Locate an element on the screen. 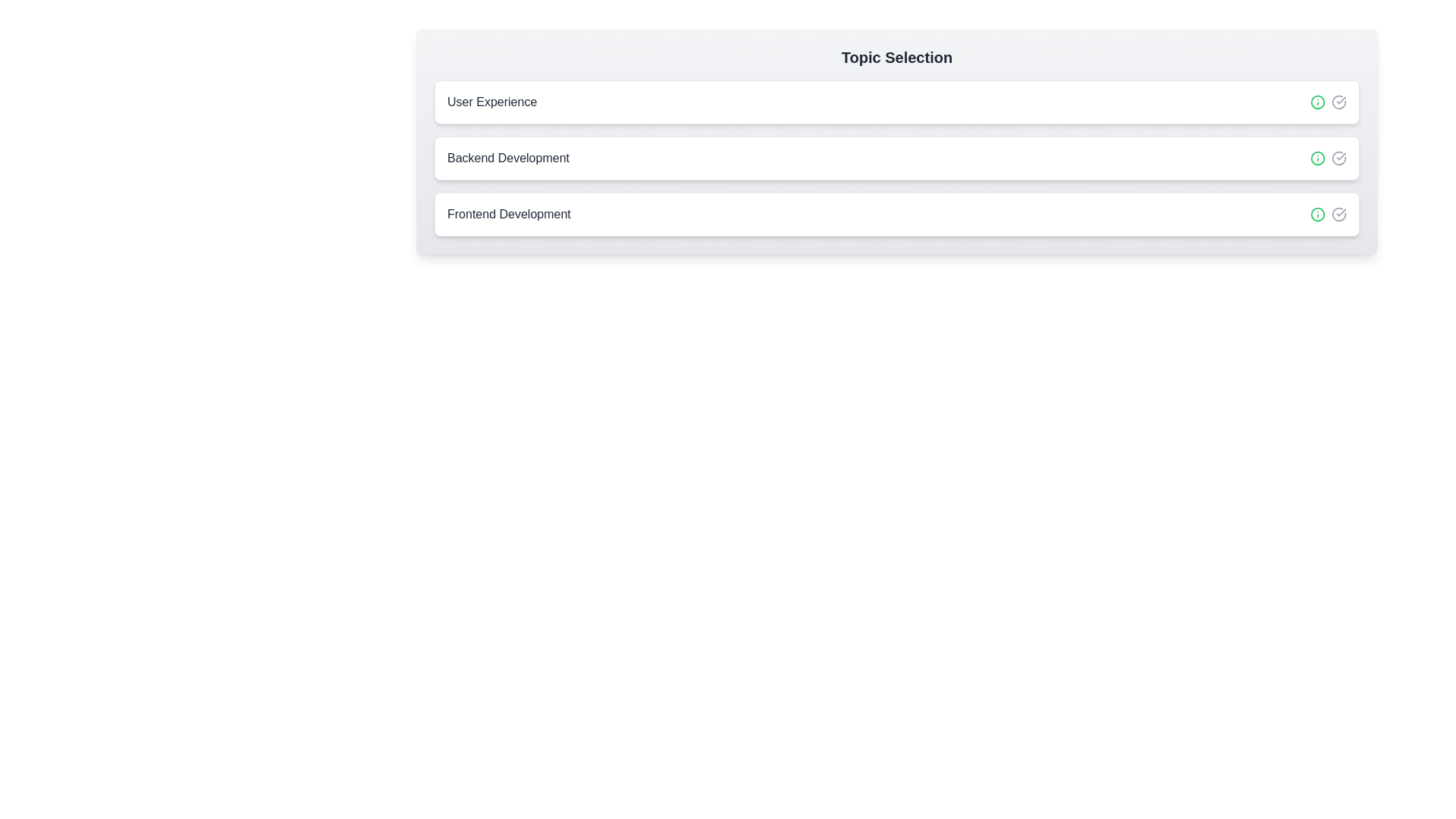  the information icon of the chip labeled 'User Experience' is located at coordinates (1316, 102).